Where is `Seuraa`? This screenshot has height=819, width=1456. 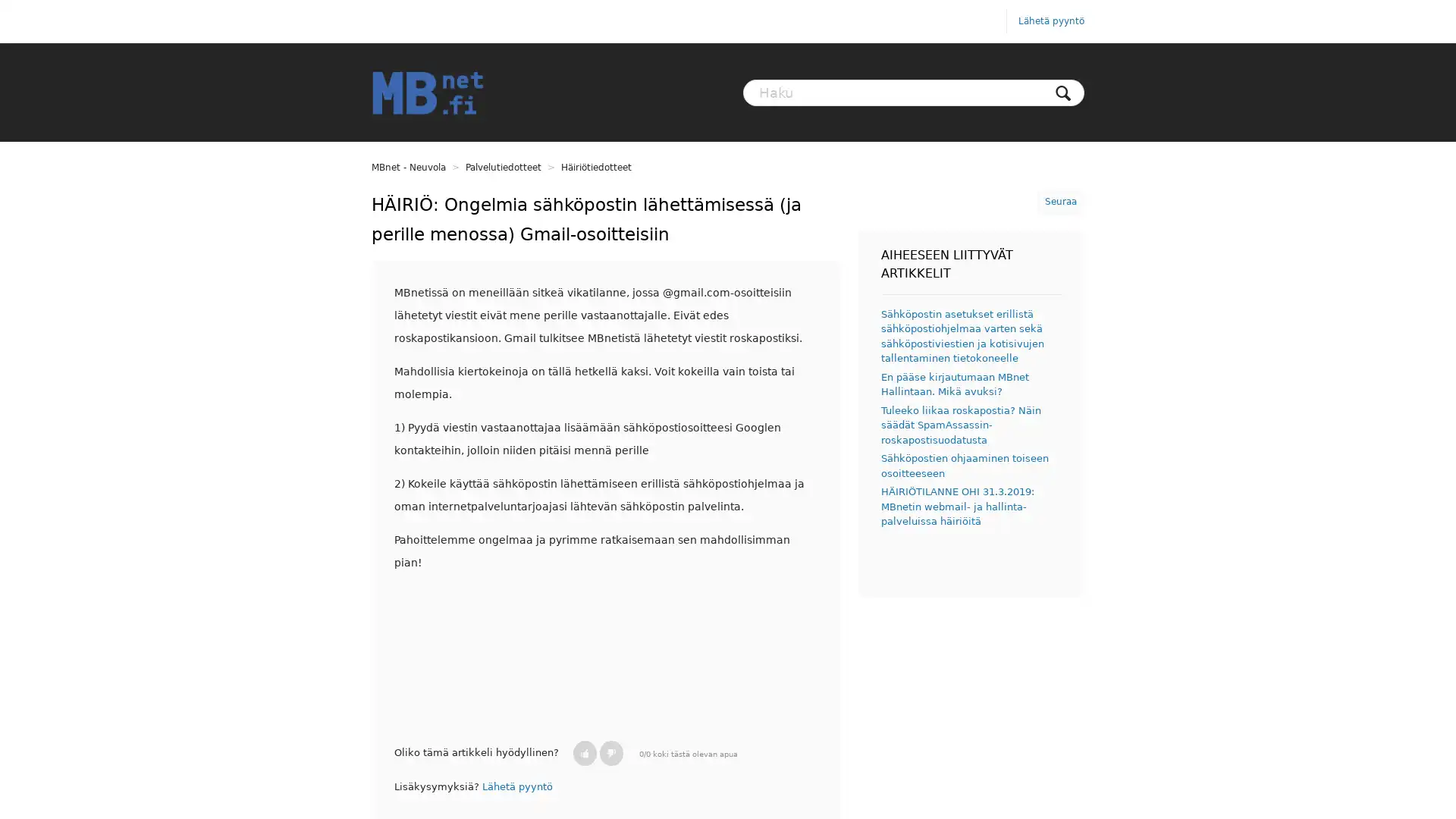 Seuraa is located at coordinates (1059, 201).